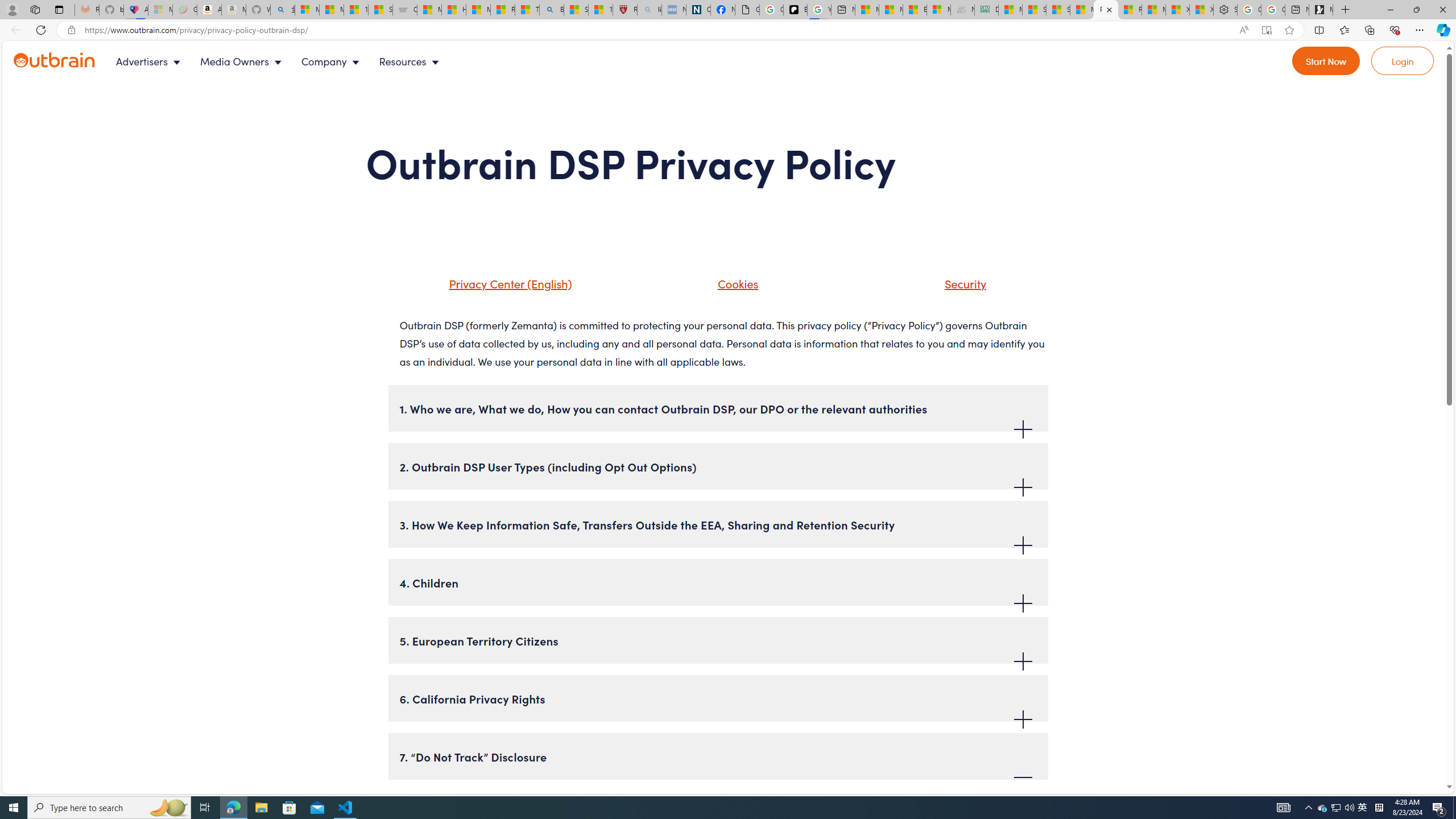 This screenshot has width=1456, height=819. Describe the element at coordinates (503, 9) in the screenshot. I see `'Recipes - MSN'` at that location.